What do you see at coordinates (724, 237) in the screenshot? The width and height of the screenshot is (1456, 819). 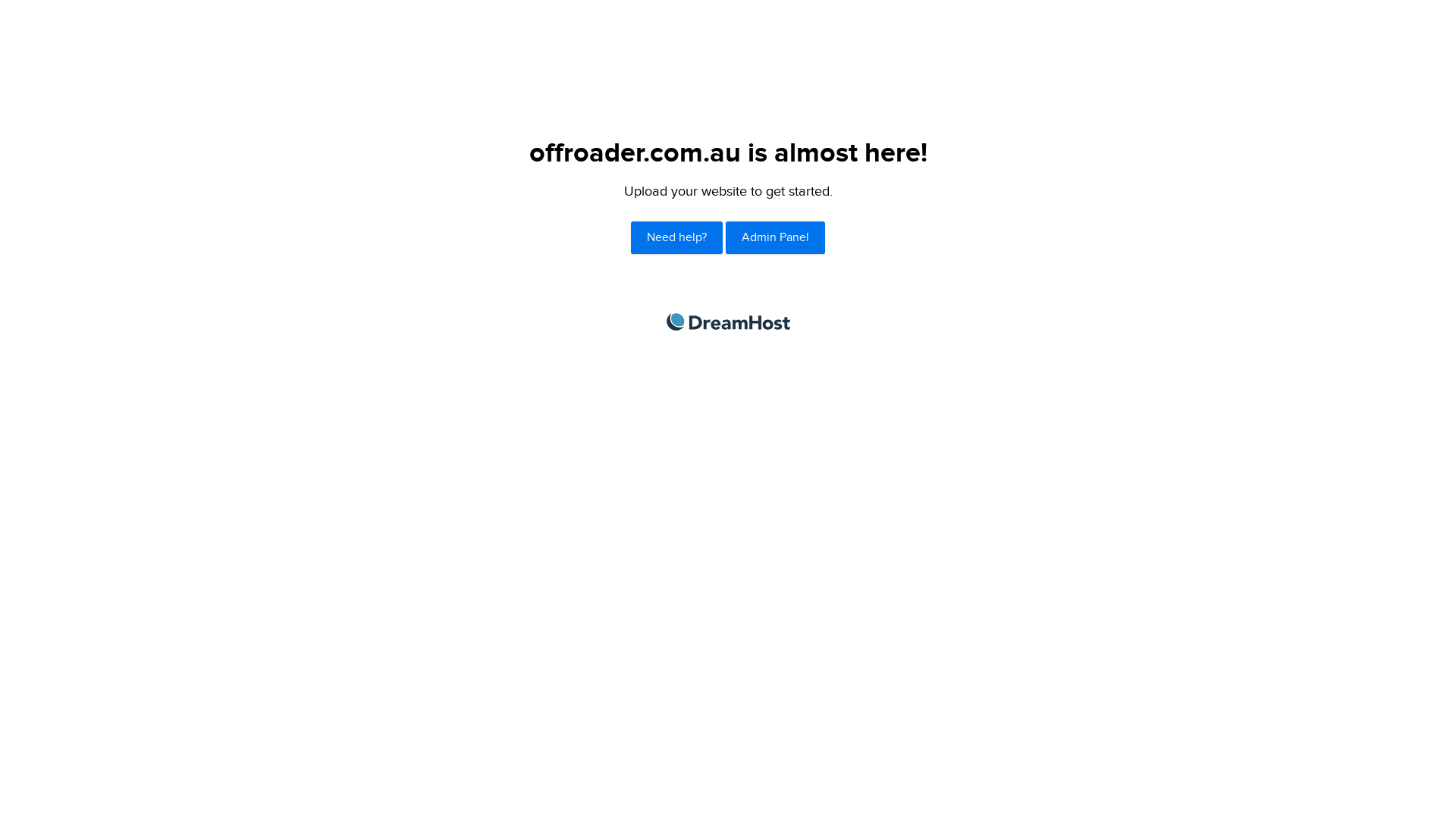 I see `'Admin Panel'` at bounding box center [724, 237].